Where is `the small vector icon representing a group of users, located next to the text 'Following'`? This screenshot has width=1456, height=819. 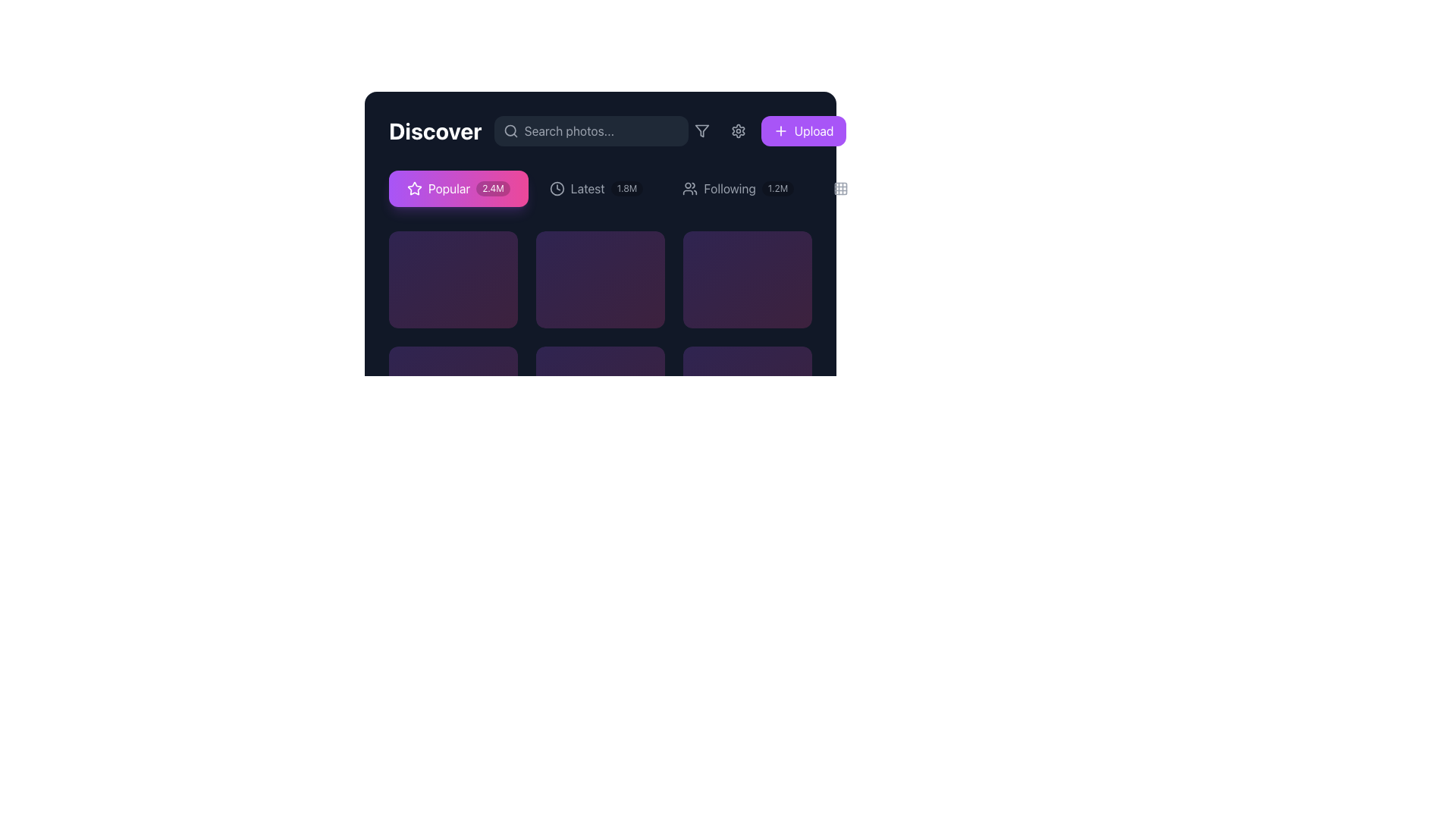 the small vector icon representing a group of users, located next to the text 'Following' is located at coordinates (689, 188).